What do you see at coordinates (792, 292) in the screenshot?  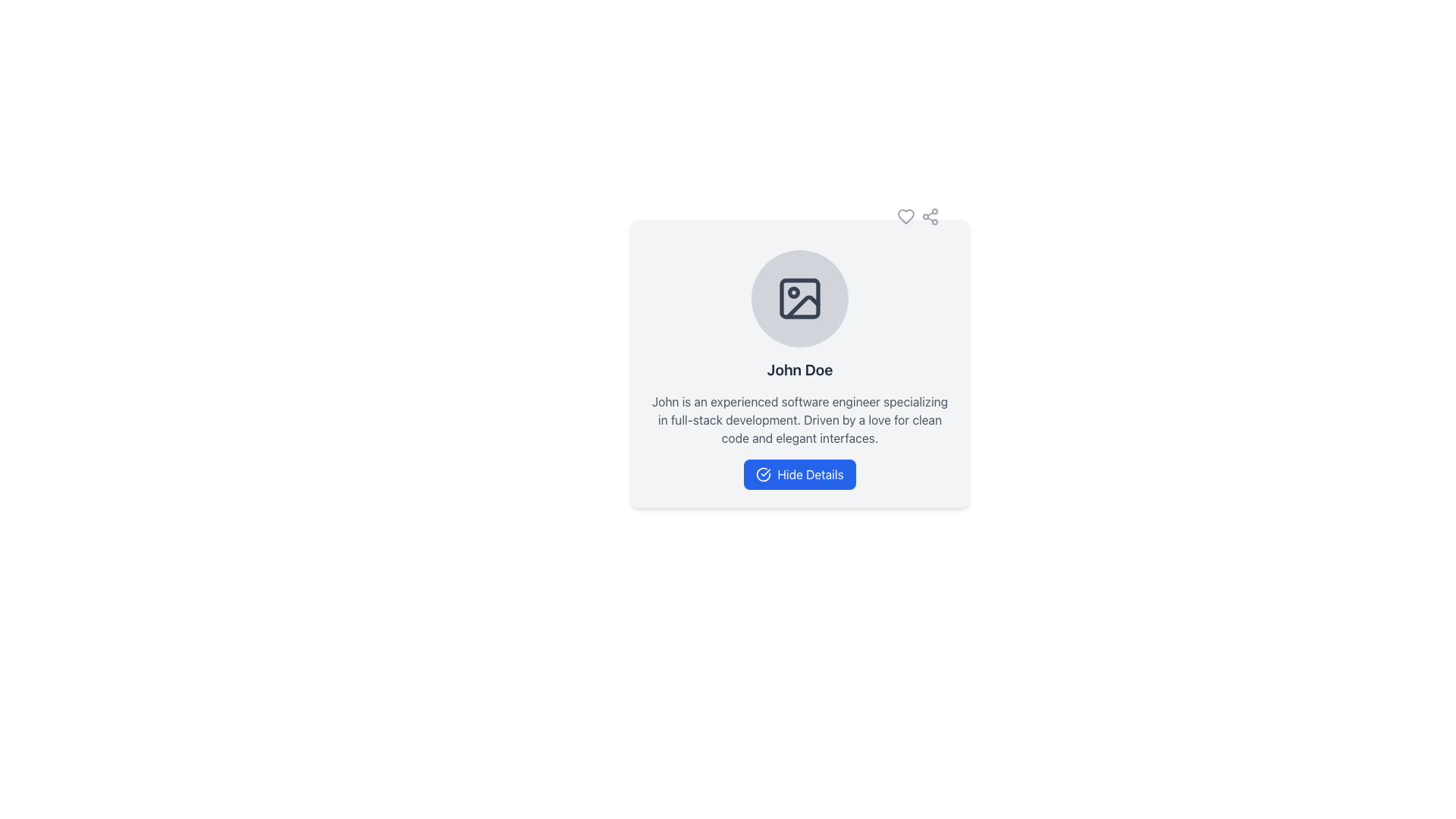 I see `the decorative circular element within the picture icon that is centered above the name 'John Doe' in the main card` at bounding box center [792, 292].